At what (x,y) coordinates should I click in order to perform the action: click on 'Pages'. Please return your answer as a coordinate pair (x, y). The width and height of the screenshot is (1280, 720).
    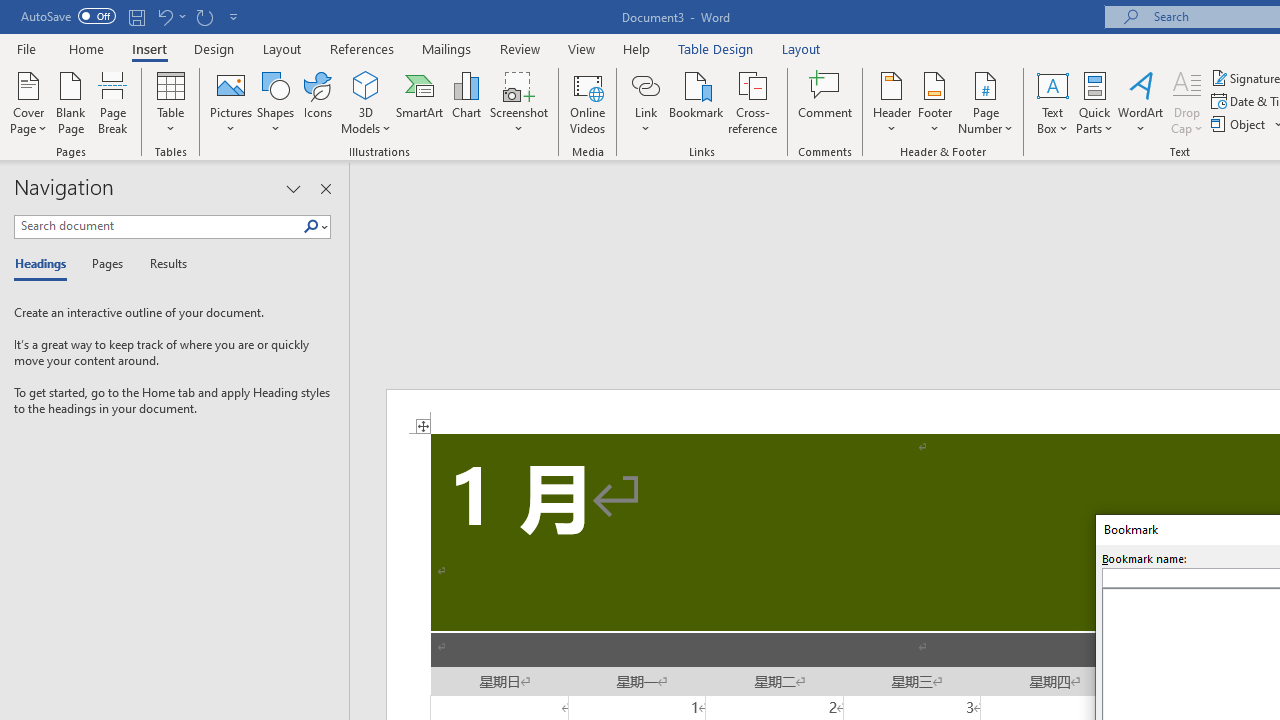
    Looking at the image, I should click on (104, 264).